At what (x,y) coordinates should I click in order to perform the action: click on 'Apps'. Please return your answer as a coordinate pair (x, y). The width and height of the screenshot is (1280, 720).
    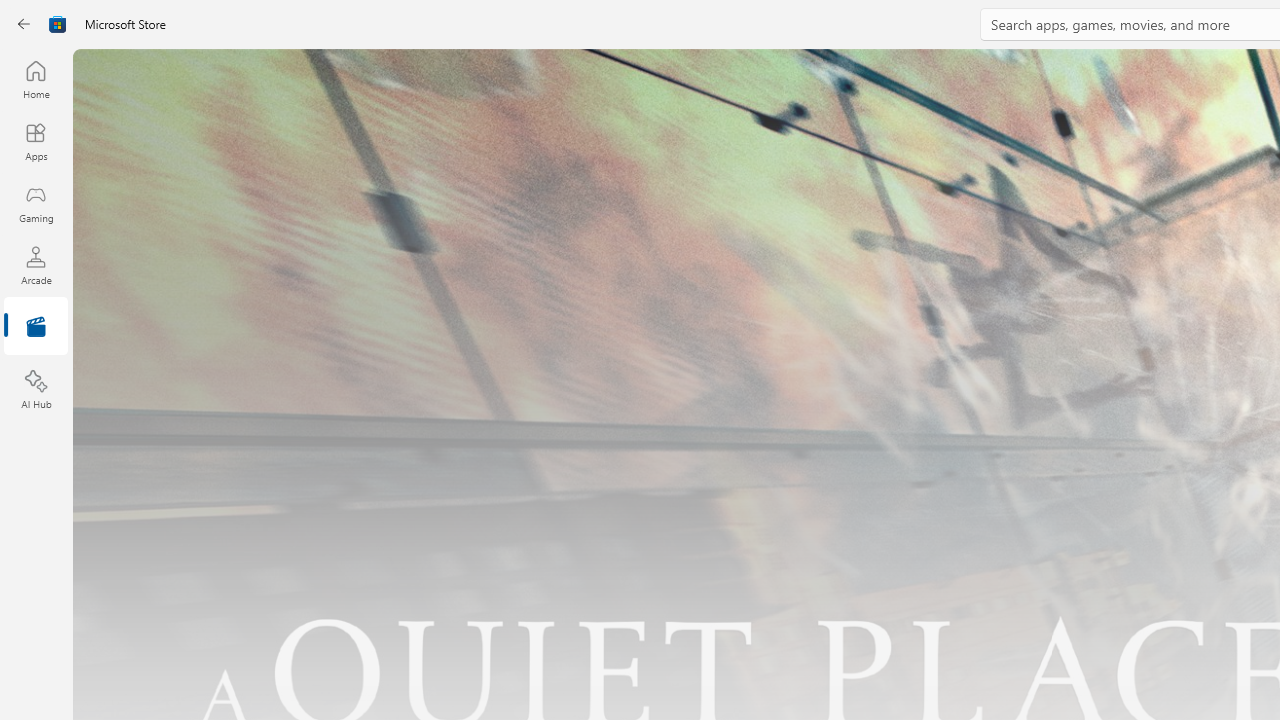
    Looking at the image, I should click on (35, 140).